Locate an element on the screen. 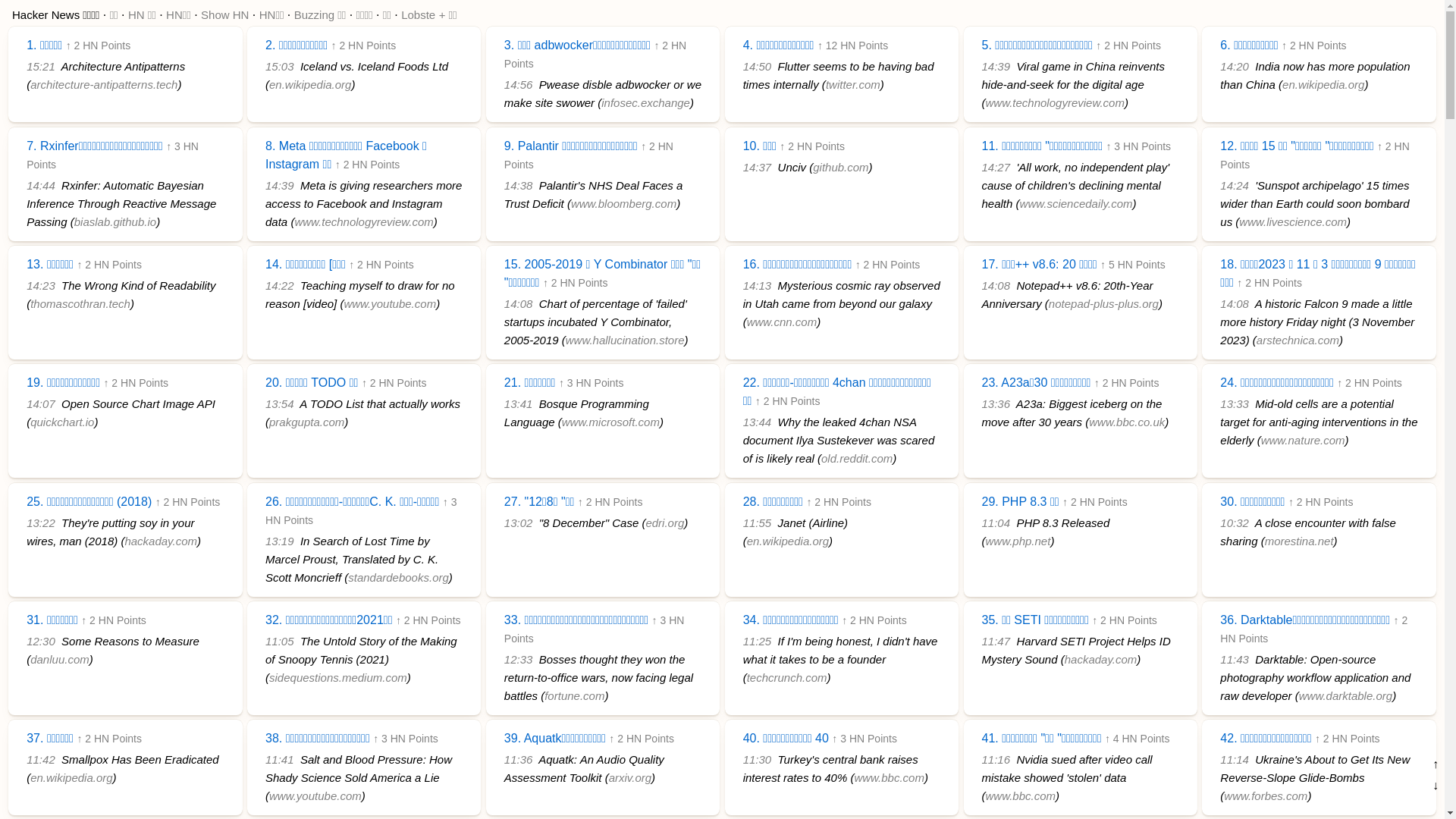 The width and height of the screenshot is (1456, 819). 'www.sciencedaily.com' is located at coordinates (1075, 202).